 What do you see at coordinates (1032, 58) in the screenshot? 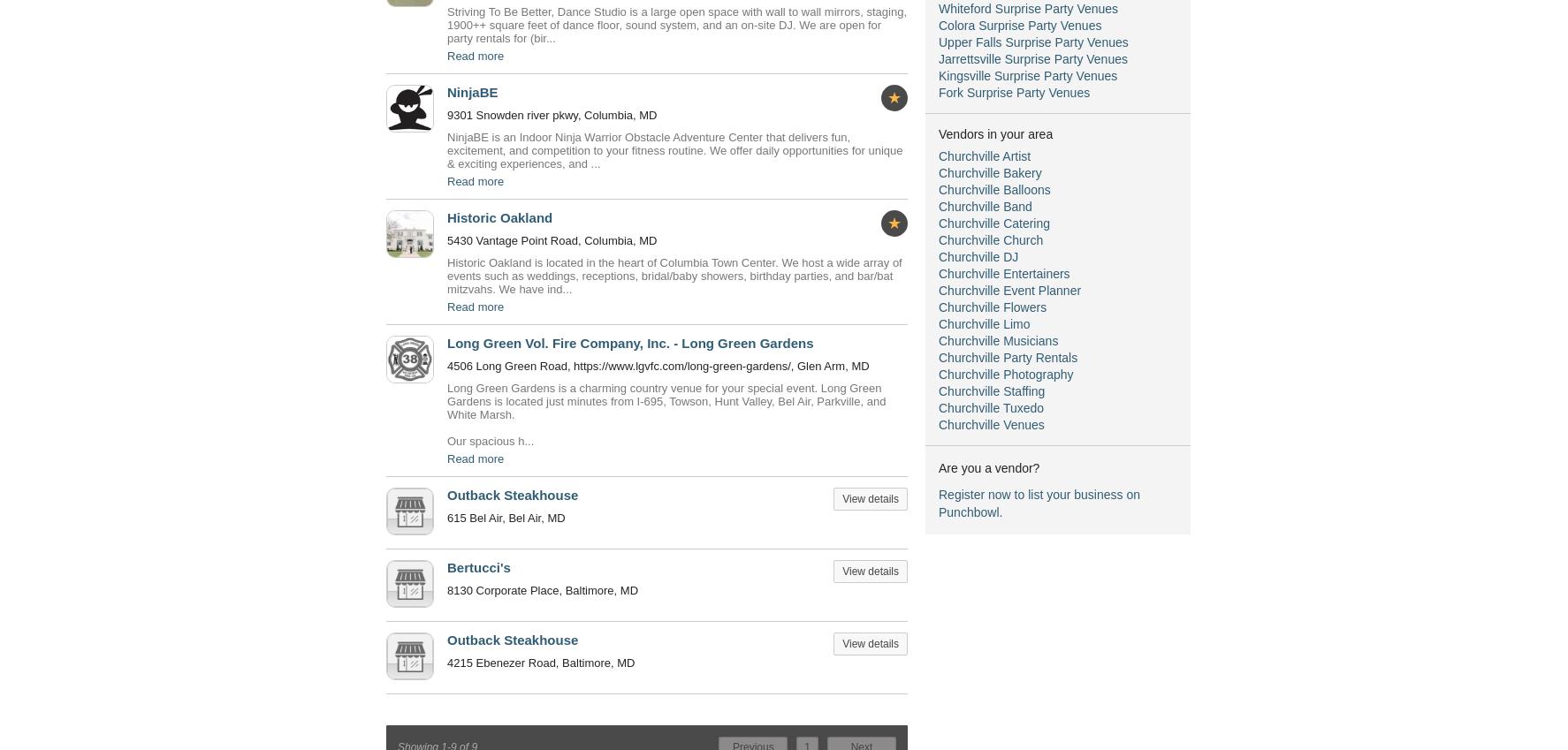
I see `'Jarrettsville Surprise Party Venues'` at bounding box center [1032, 58].